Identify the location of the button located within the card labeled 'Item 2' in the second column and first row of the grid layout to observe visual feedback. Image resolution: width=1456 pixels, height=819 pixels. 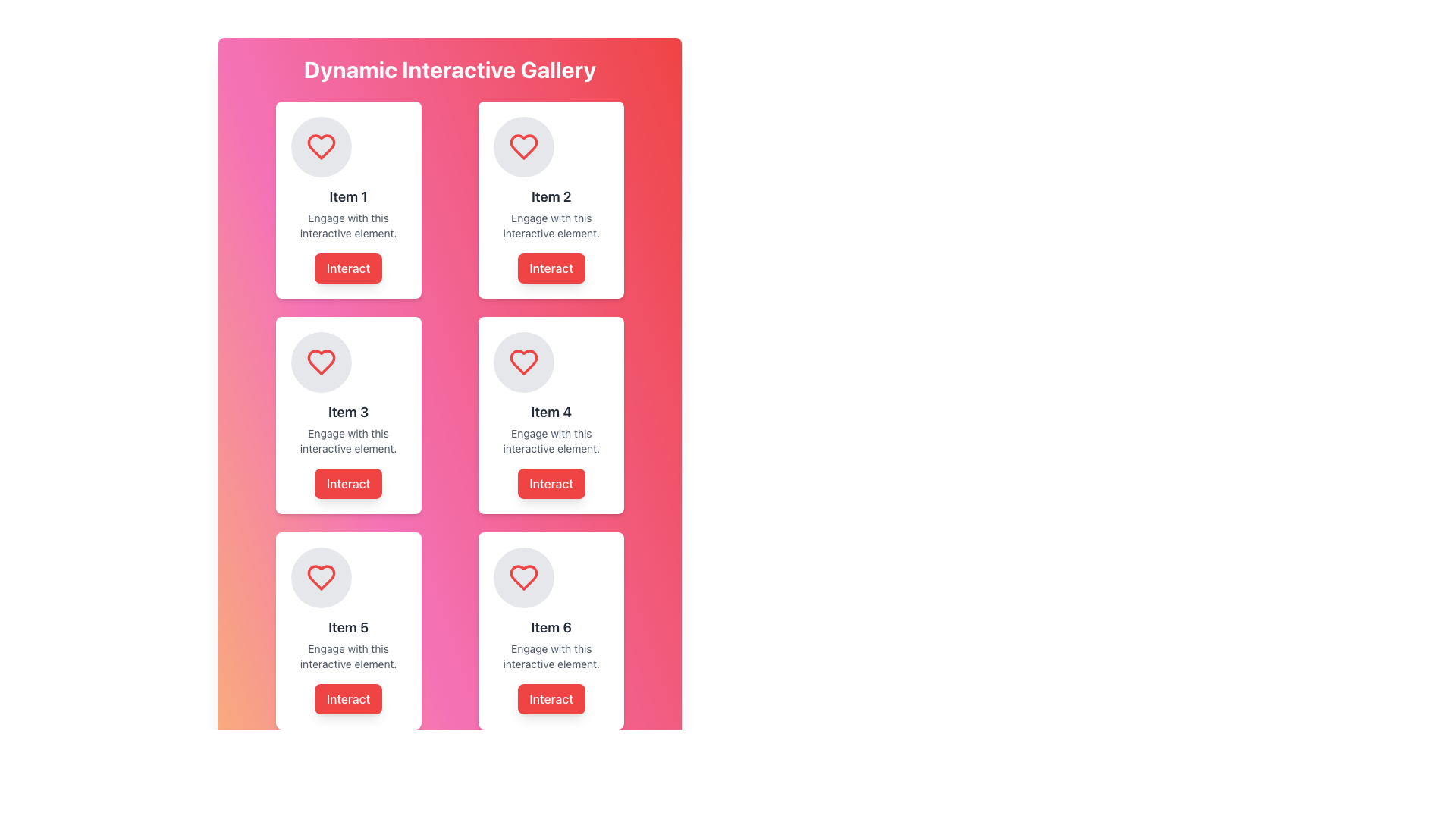
(551, 268).